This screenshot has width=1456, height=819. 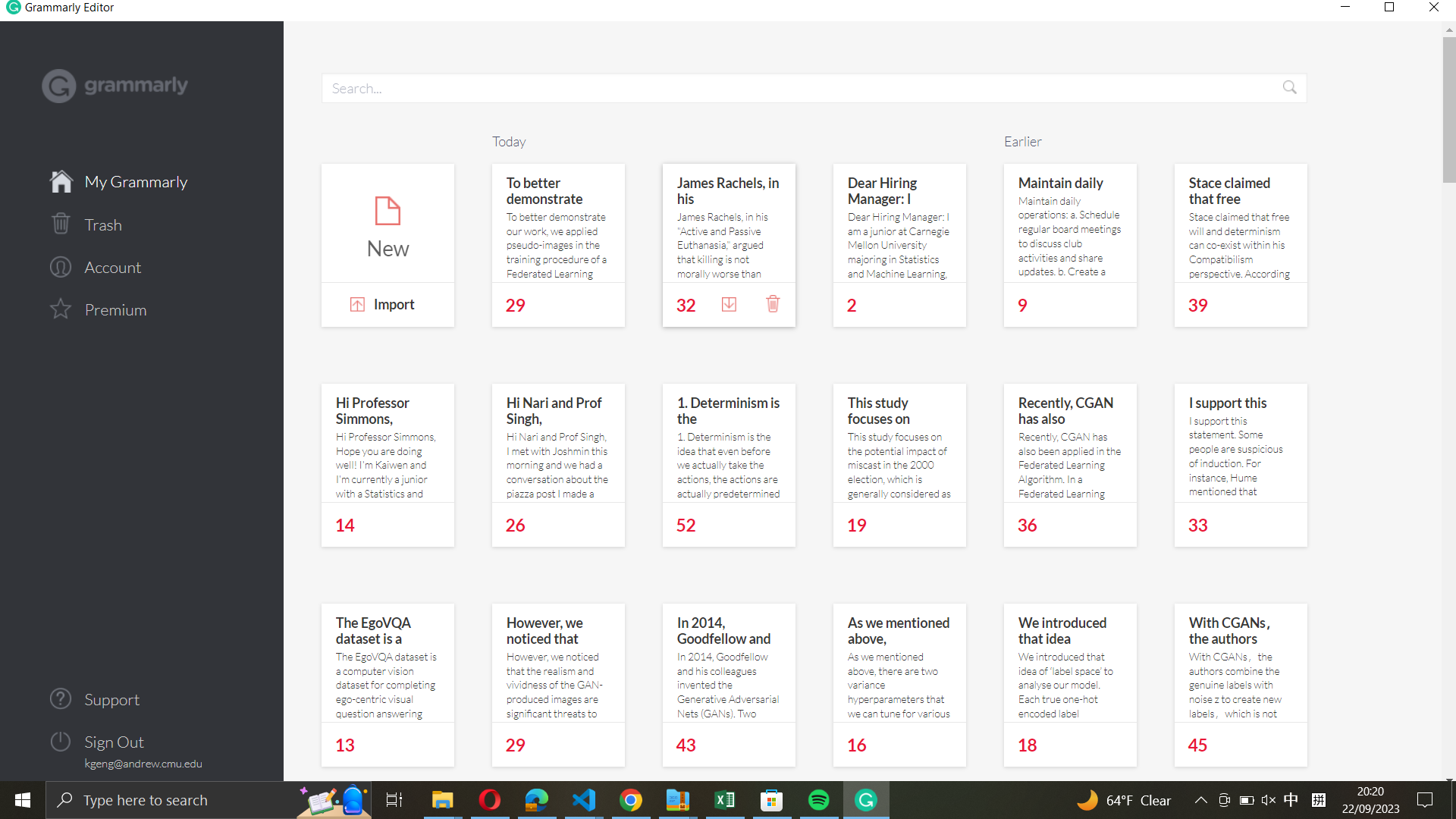 What do you see at coordinates (1241, 661) in the screenshot?
I see `and open the "With CGANs, the authors" document` at bounding box center [1241, 661].